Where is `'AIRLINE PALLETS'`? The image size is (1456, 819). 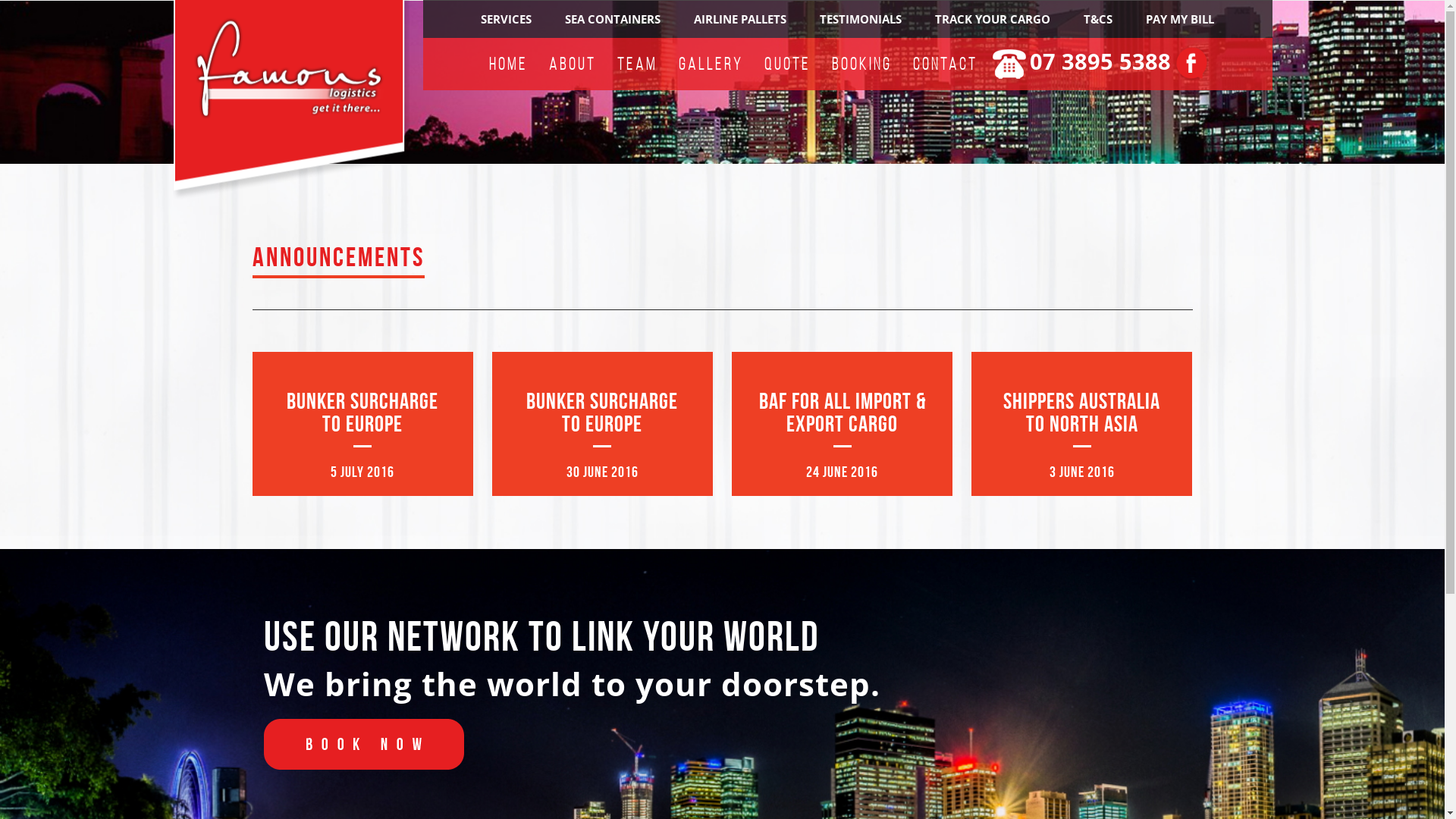
'AIRLINE PALLETS' is located at coordinates (739, 18).